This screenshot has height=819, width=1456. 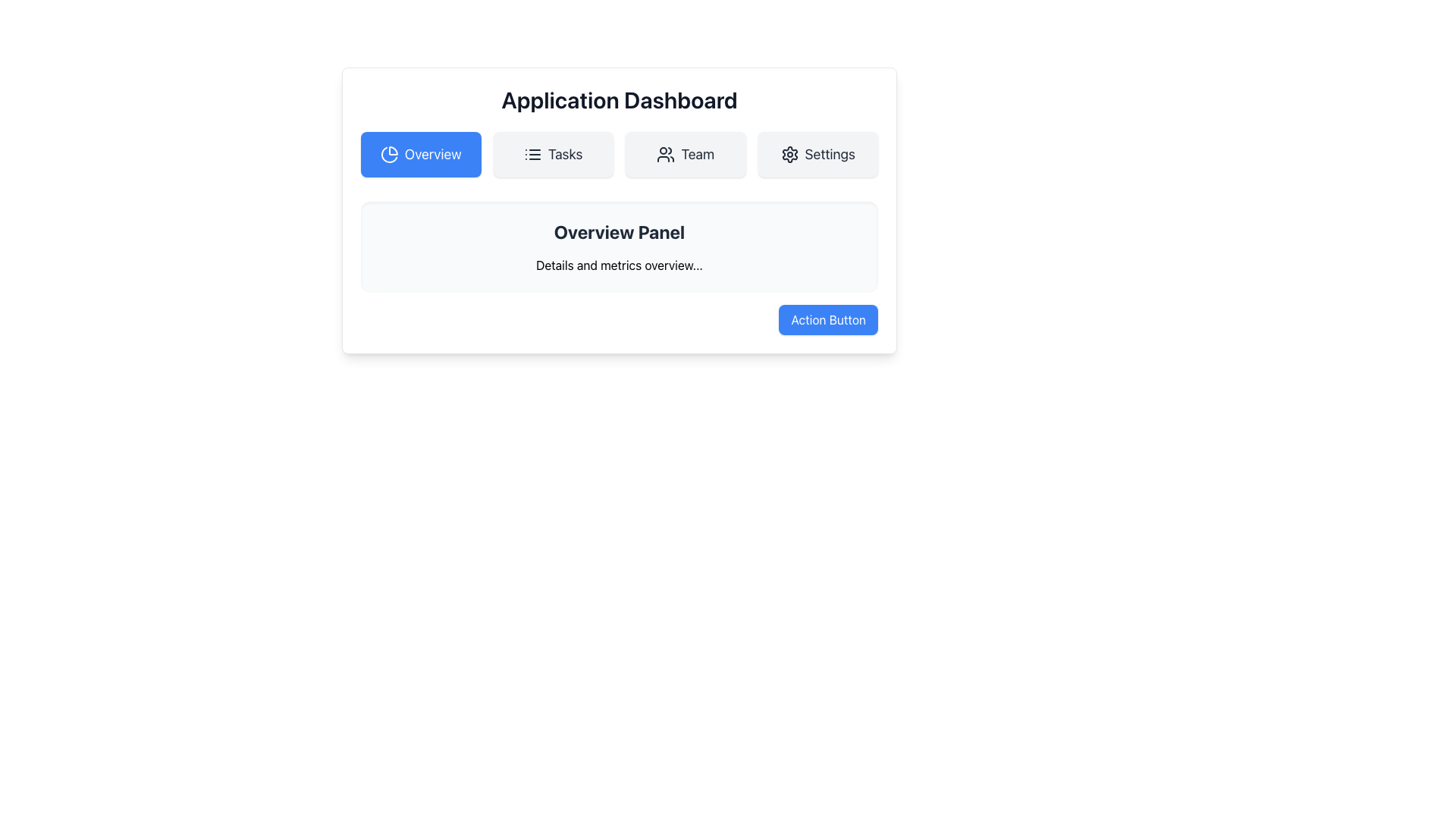 What do you see at coordinates (817, 155) in the screenshot?
I see `the navigational button for accessing the settings section of the application, located as the fourth item in the top row, to the right of the 'Team' button` at bounding box center [817, 155].